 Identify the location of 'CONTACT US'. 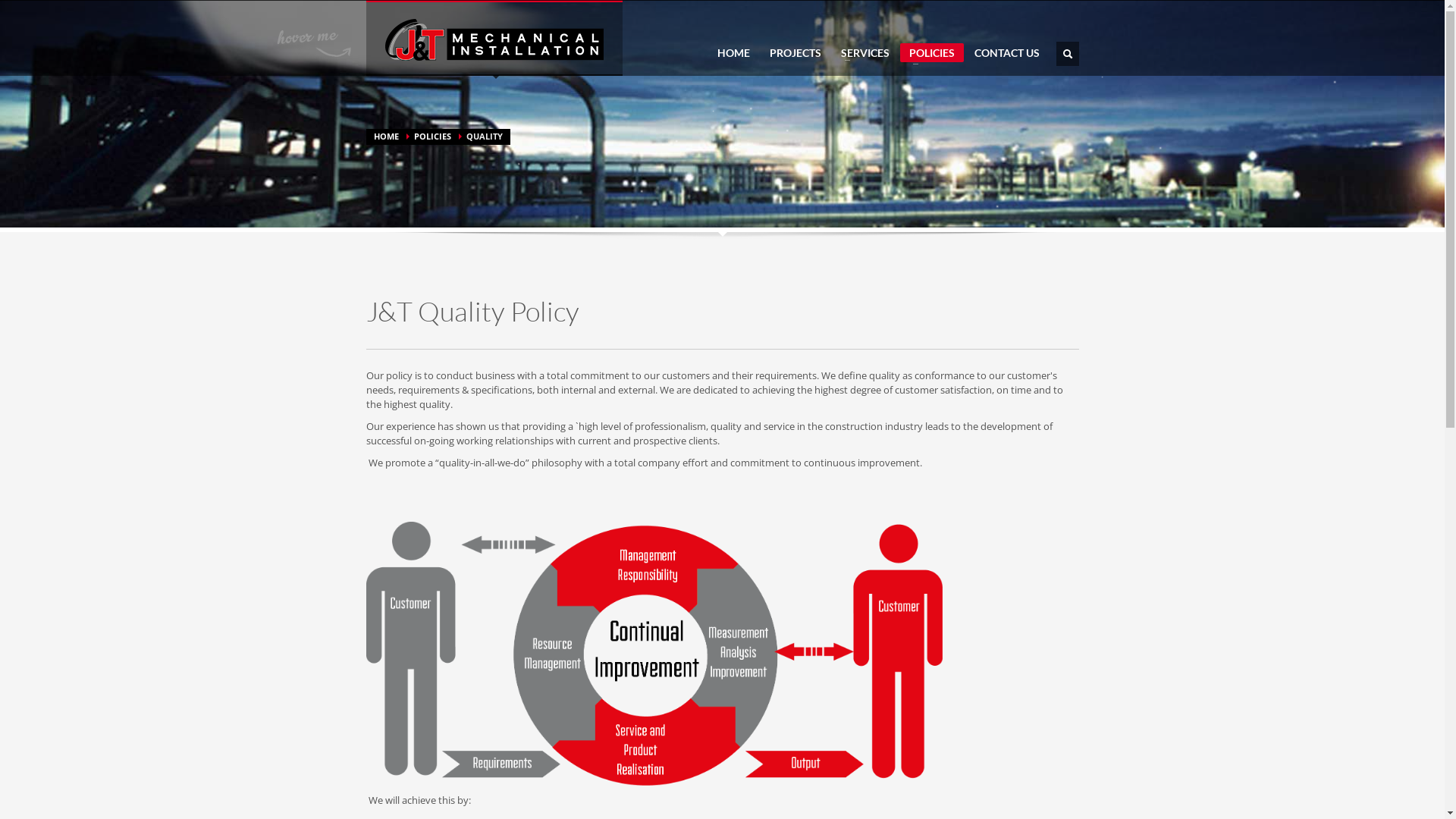
(1006, 52).